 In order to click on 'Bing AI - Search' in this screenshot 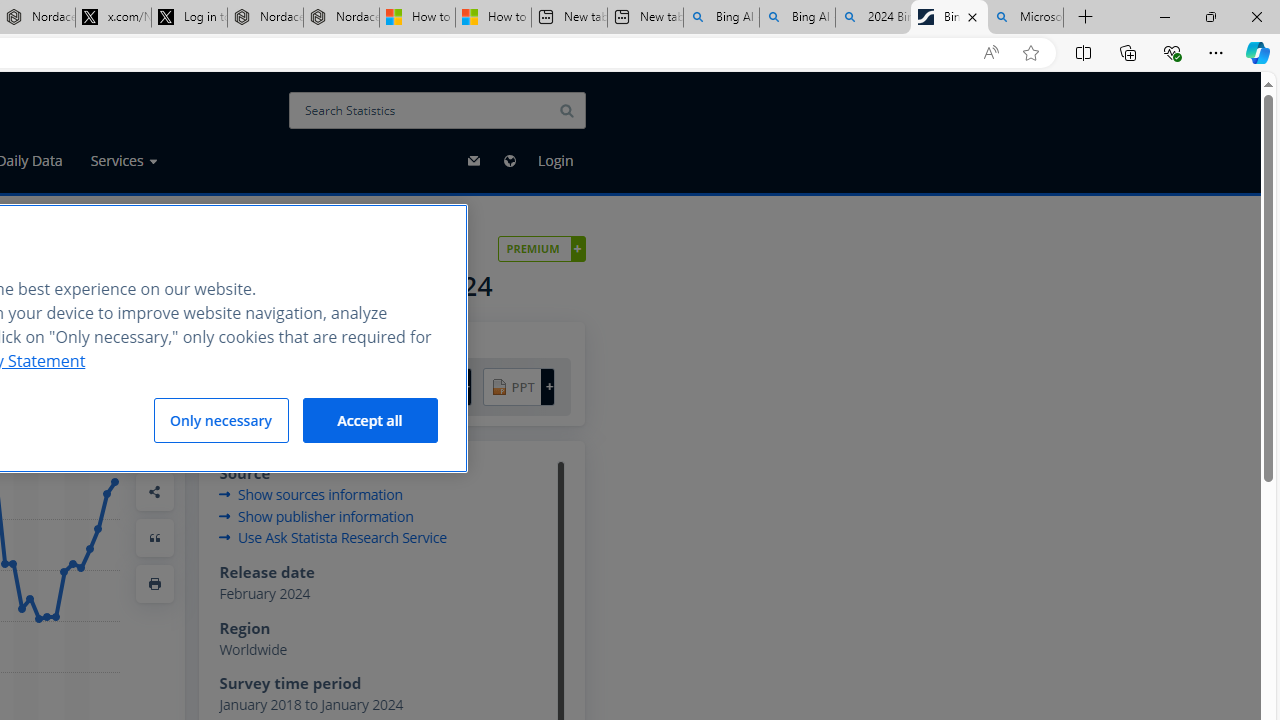, I will do `click(796, 17)`.